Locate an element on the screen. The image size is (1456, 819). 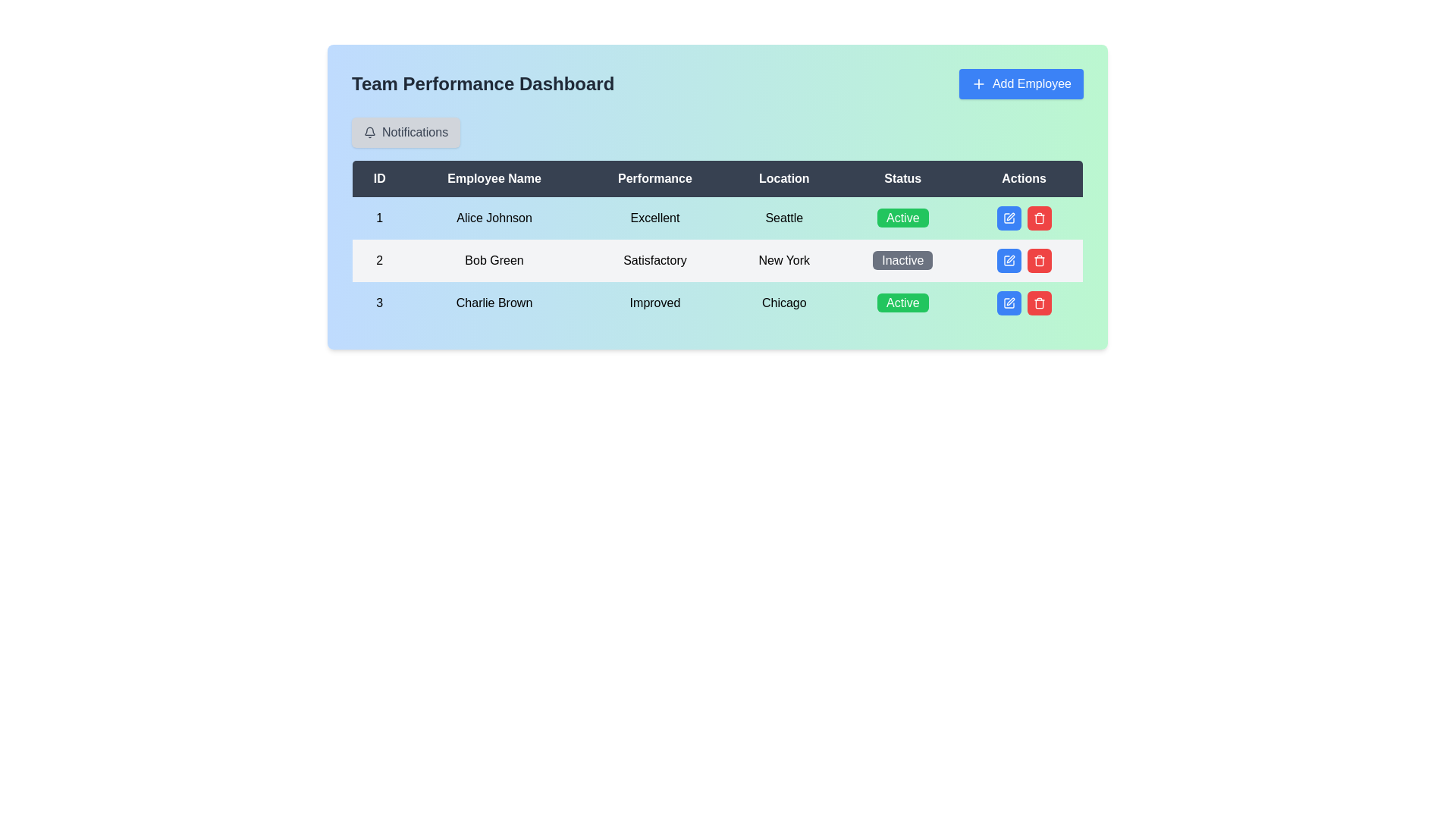
or interpret the text label displaying 'Chicago' in bold black font, located in the 'Location' column of the table row titled '3 Charlie Brown Improved Active' is located at coordinates (784, 303).